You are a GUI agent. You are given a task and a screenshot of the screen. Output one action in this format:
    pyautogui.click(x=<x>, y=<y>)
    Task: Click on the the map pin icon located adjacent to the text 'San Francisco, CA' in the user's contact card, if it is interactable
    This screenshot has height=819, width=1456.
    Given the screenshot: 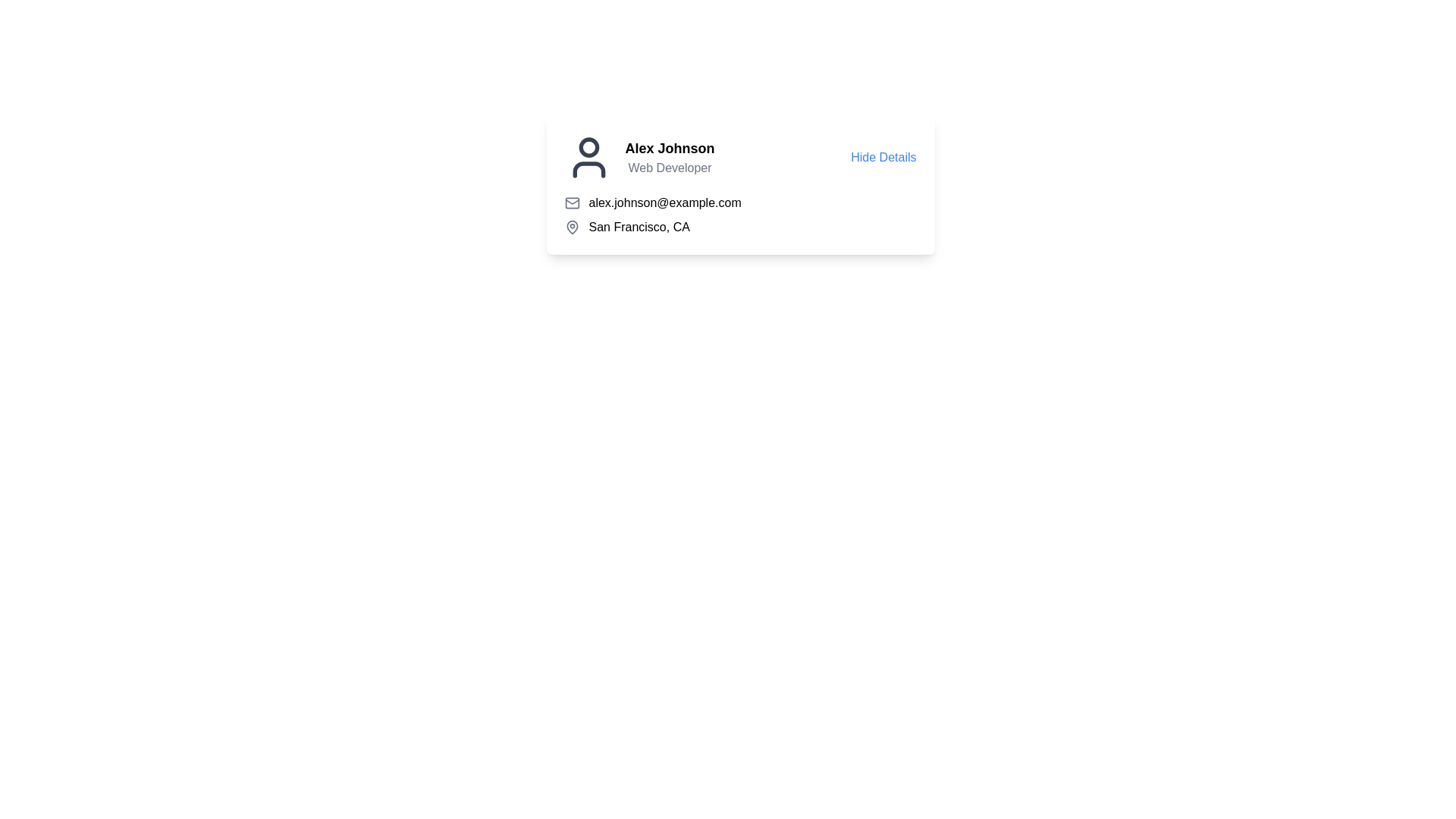 What is the action you would take?
    pyautogui.click(x=571, y=227)
    